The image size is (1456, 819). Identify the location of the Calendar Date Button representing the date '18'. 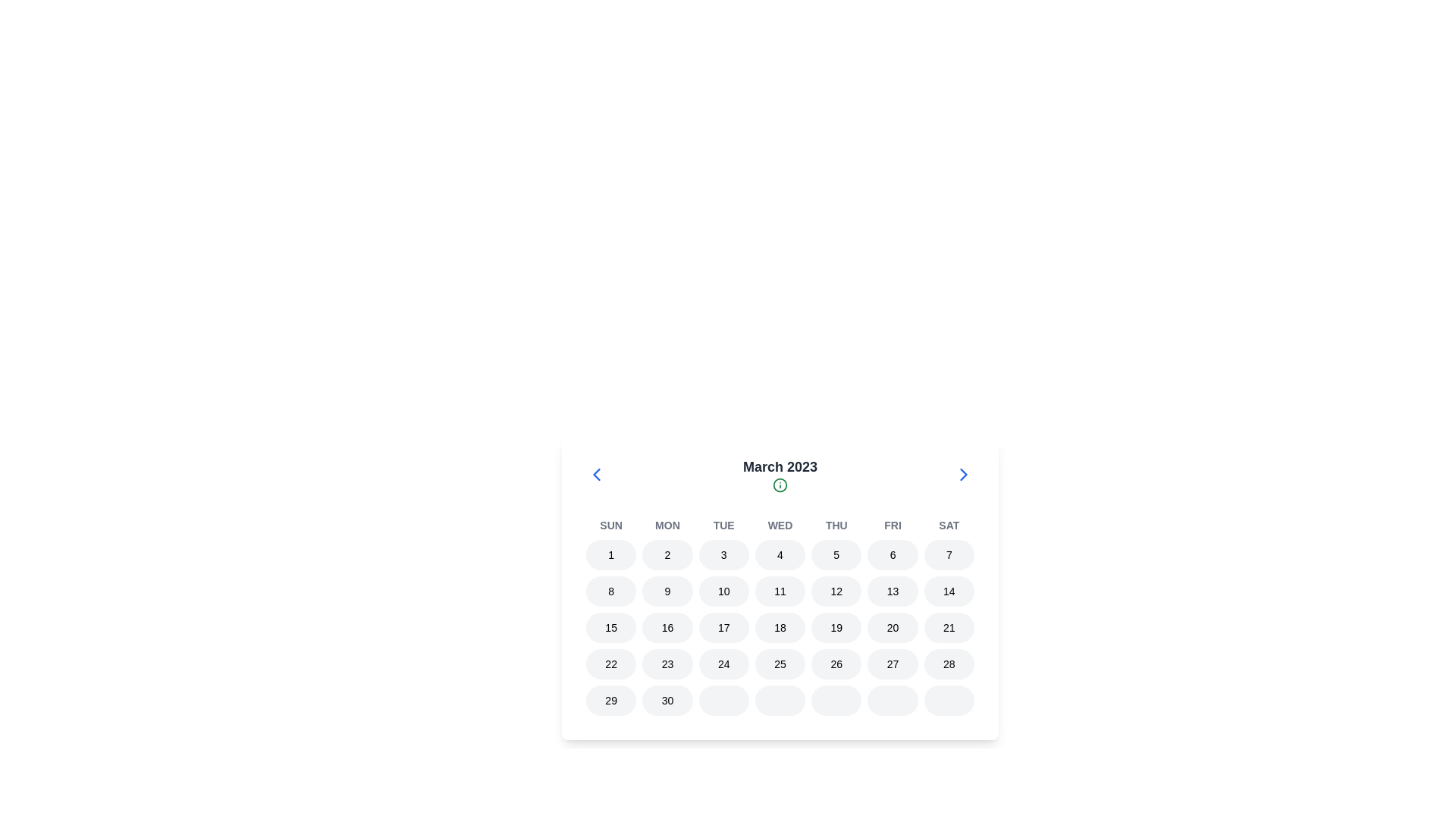
(780, 628).